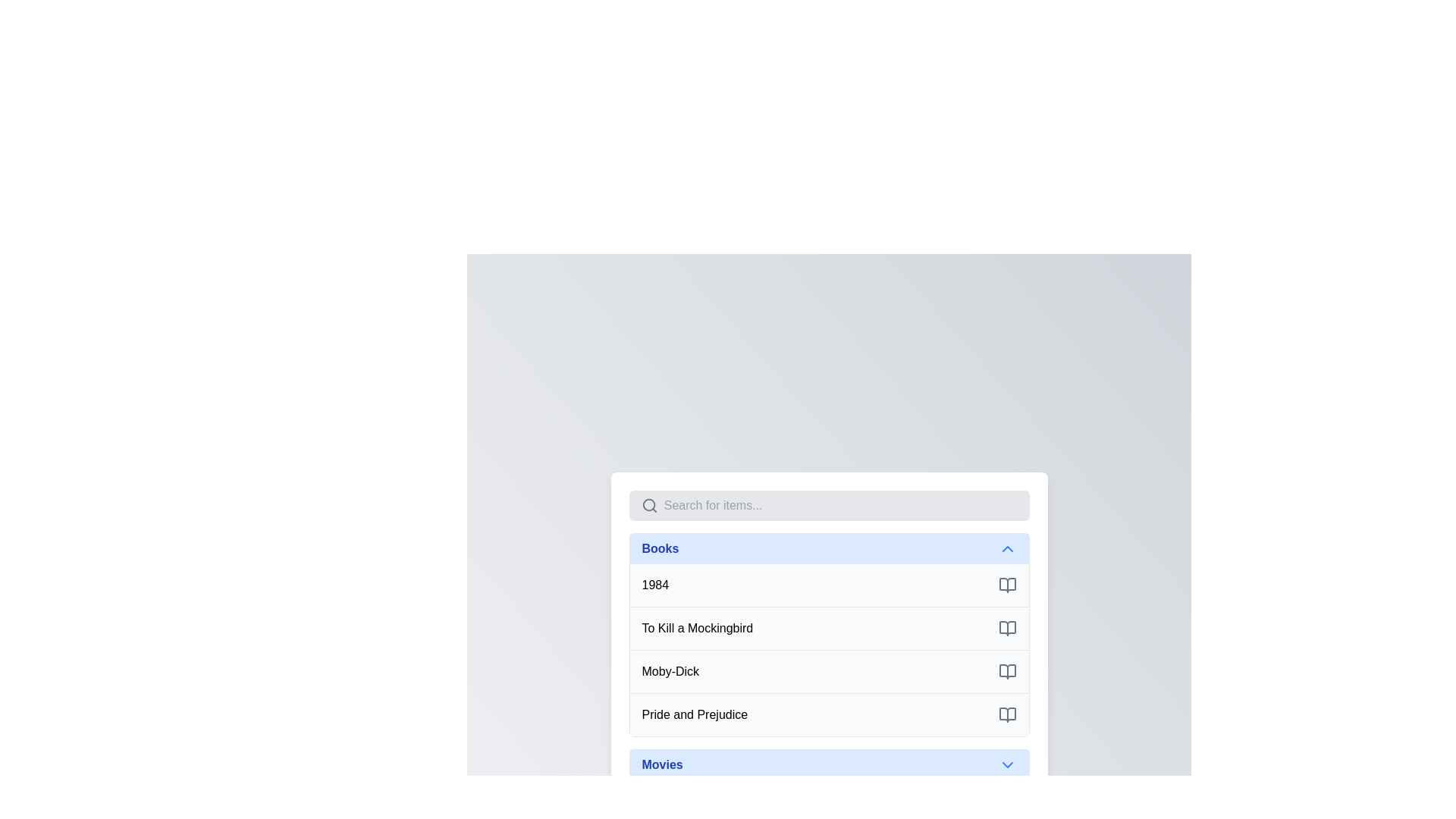  What do you see at coordinates (1007, 628) in the screenshot?
I see `the gray open book icon located to the right of the text 'To Kill a Mockingbird' in the 'Books' section` at bounding box center [1007, 628].